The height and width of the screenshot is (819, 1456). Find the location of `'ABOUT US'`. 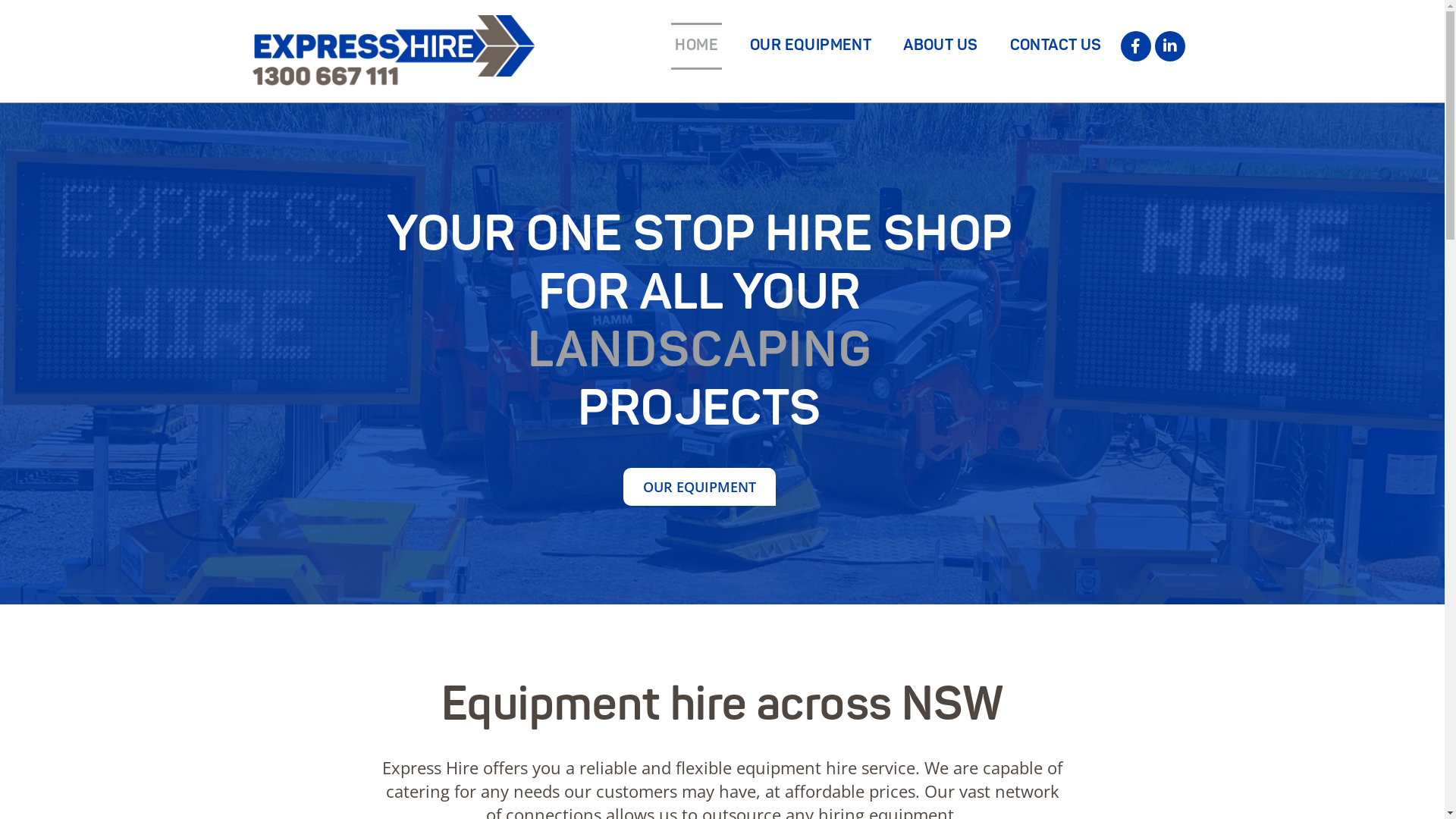

'ABOUT US' is located at coordinates (939, 45).